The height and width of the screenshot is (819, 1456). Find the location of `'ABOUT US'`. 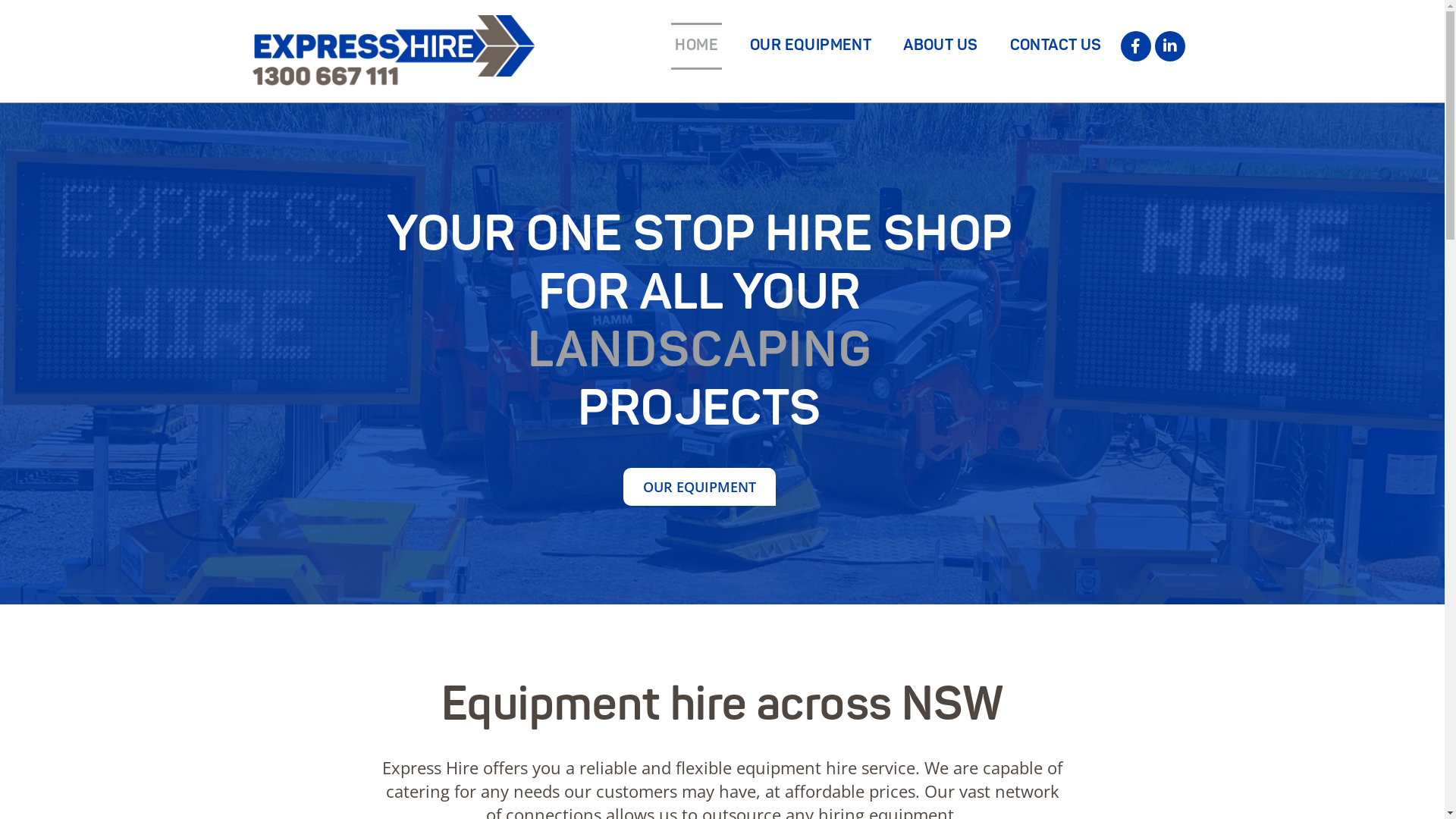

'ABOUT US' is located at coordinates (939, 45).